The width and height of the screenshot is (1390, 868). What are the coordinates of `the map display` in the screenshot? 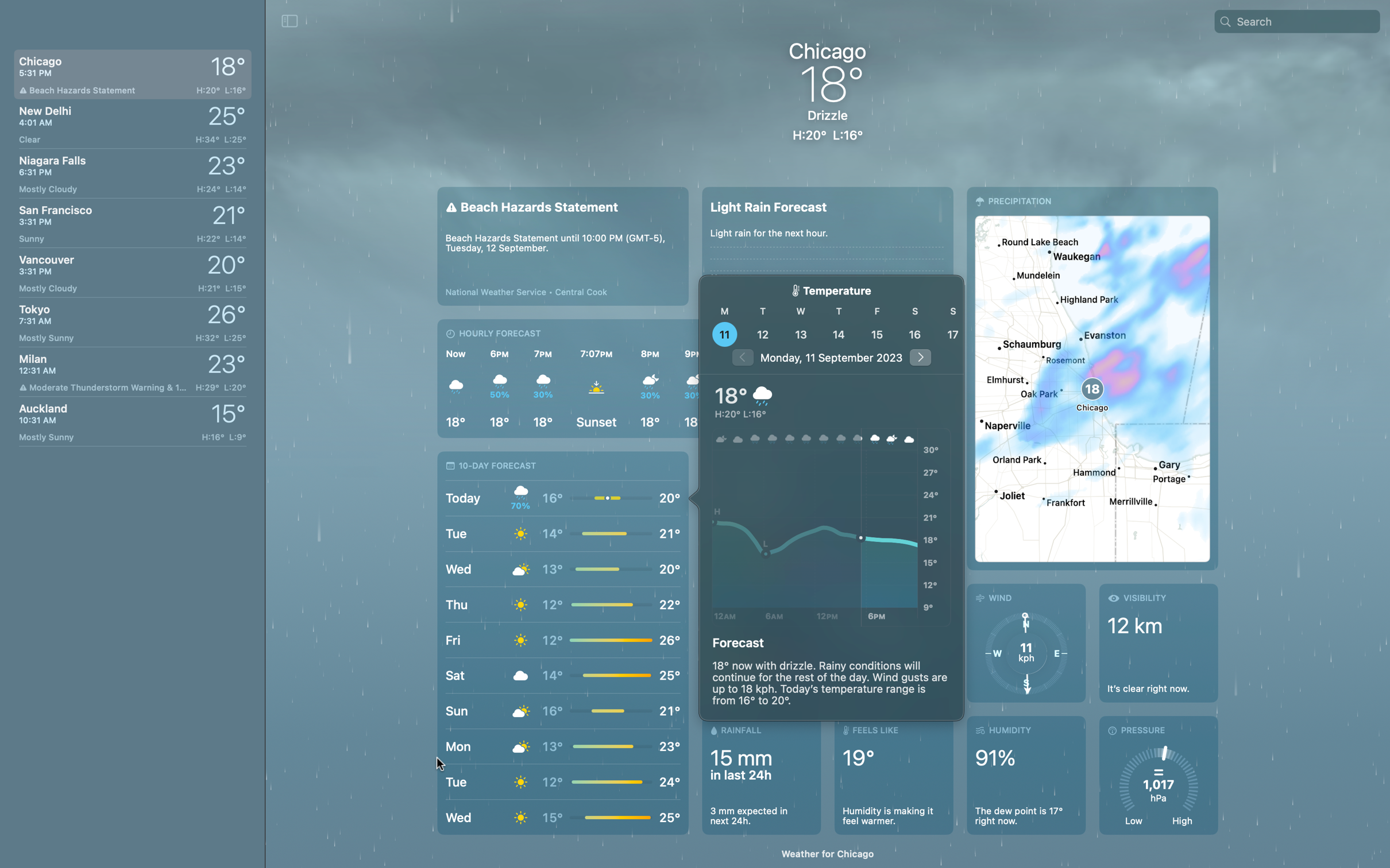 It's located at (1091, 377).